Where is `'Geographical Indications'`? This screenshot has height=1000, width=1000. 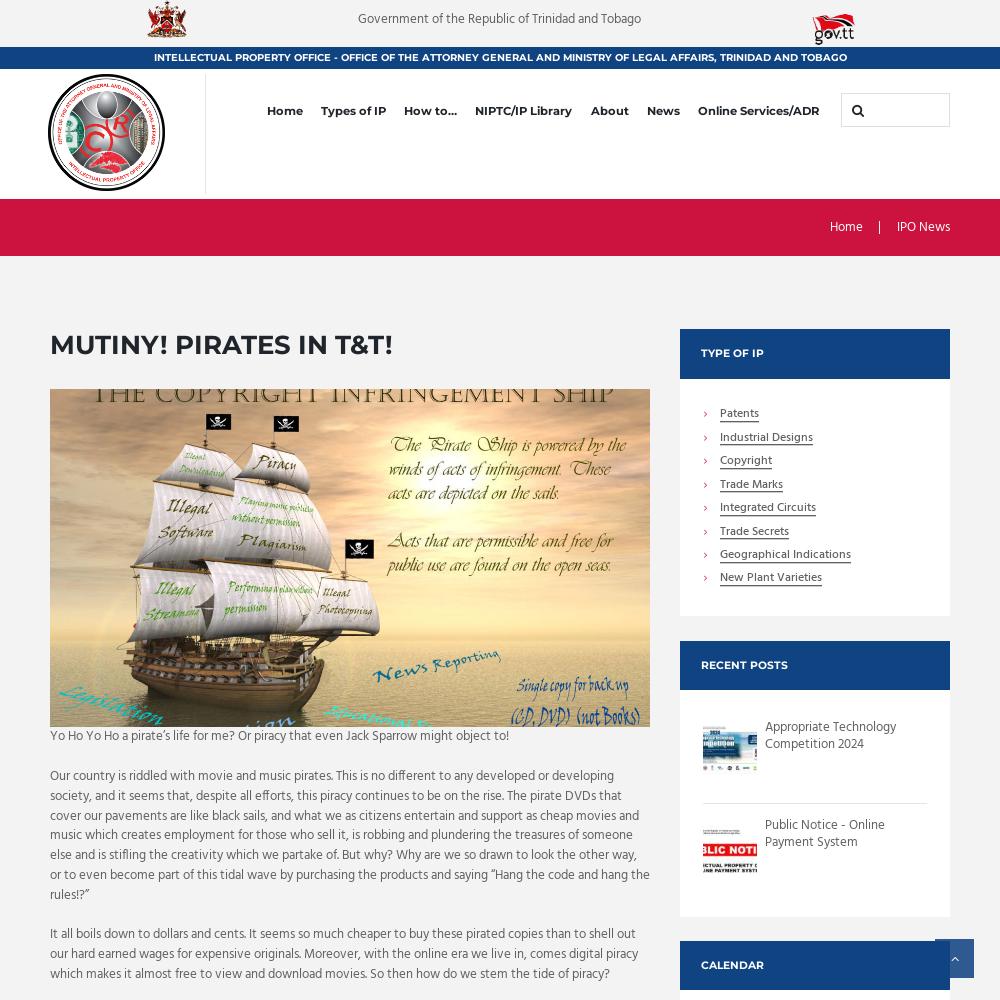
'Geographical Indications' is located at coordinates (718, 555).